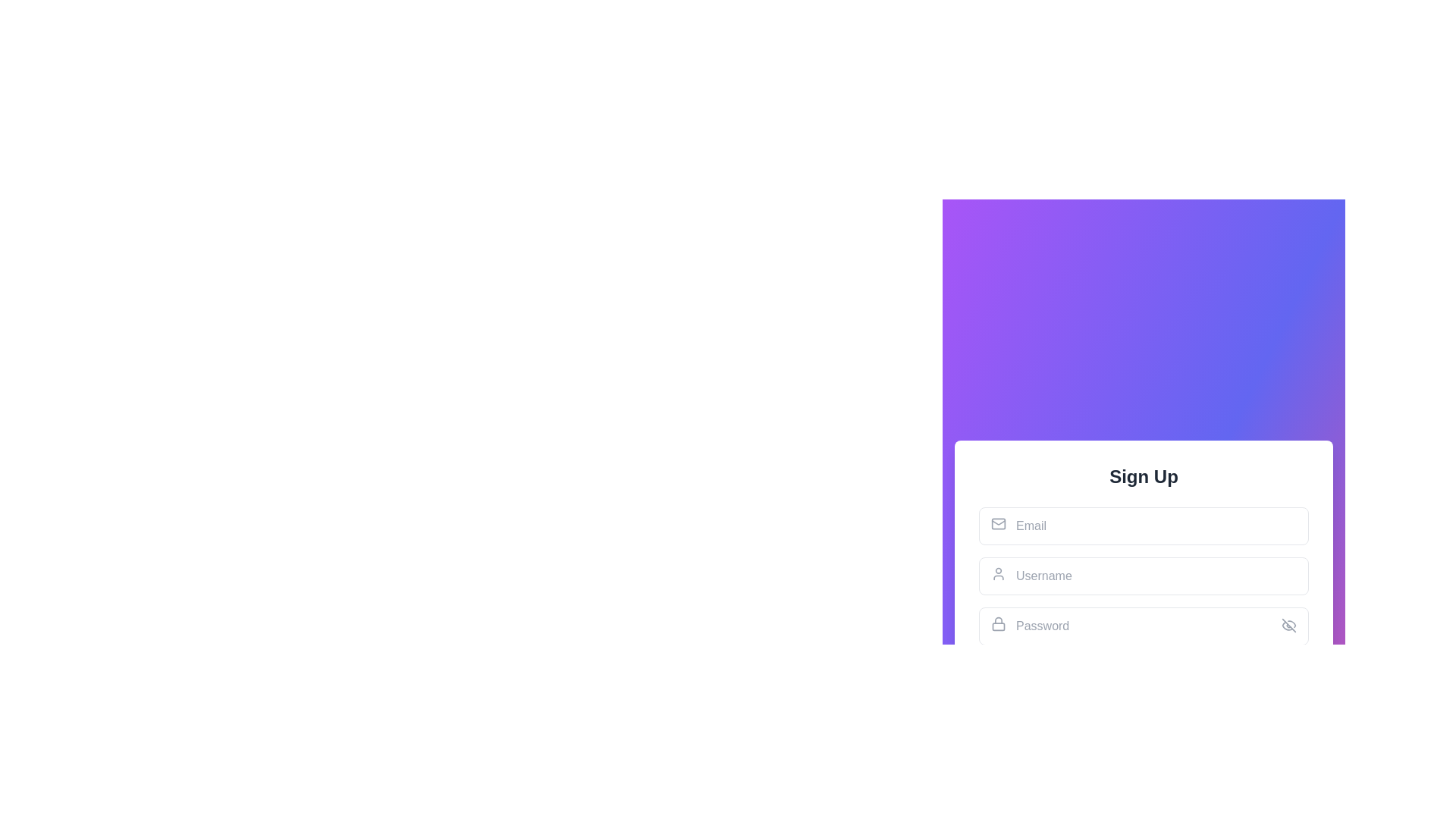  Describe the element at coordinates (1144, 576) in the screenshot. I see `the username input field, which is the second input field in a vertical list within the form, by using the tab key` at that location.